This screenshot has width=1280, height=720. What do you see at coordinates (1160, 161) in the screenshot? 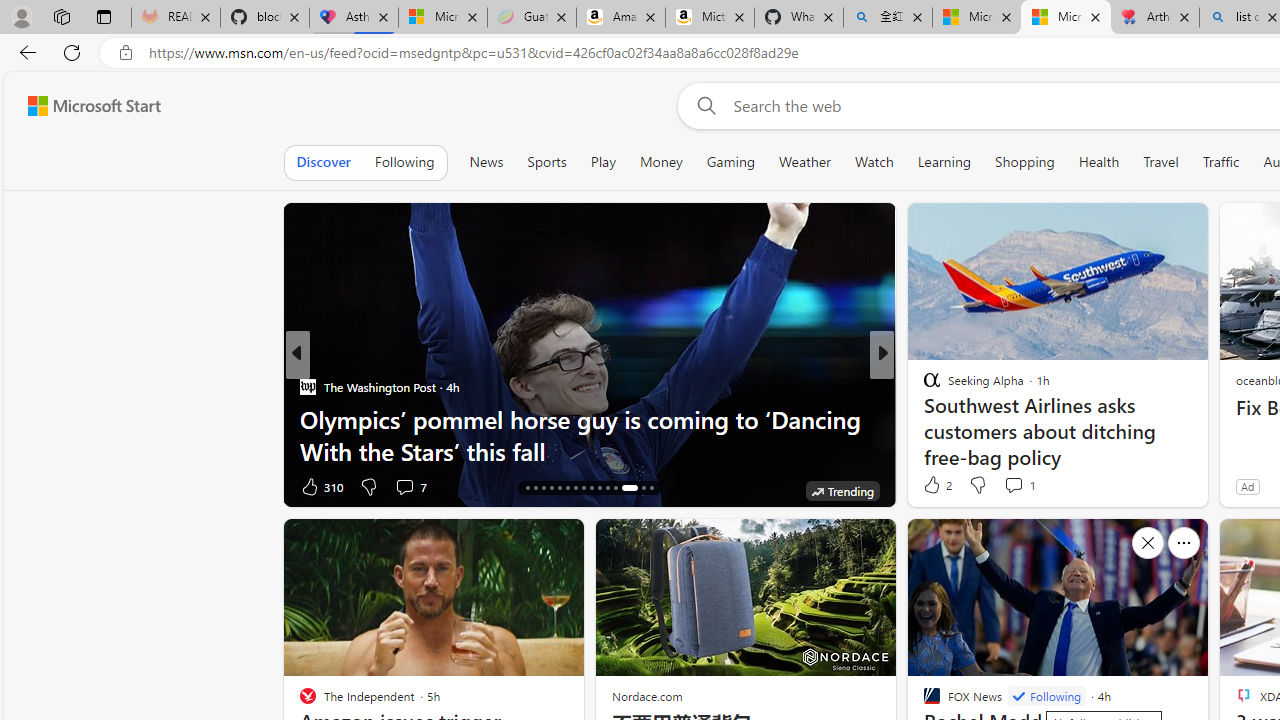
I see `'Travel'` at bounding box center [1160, 161].